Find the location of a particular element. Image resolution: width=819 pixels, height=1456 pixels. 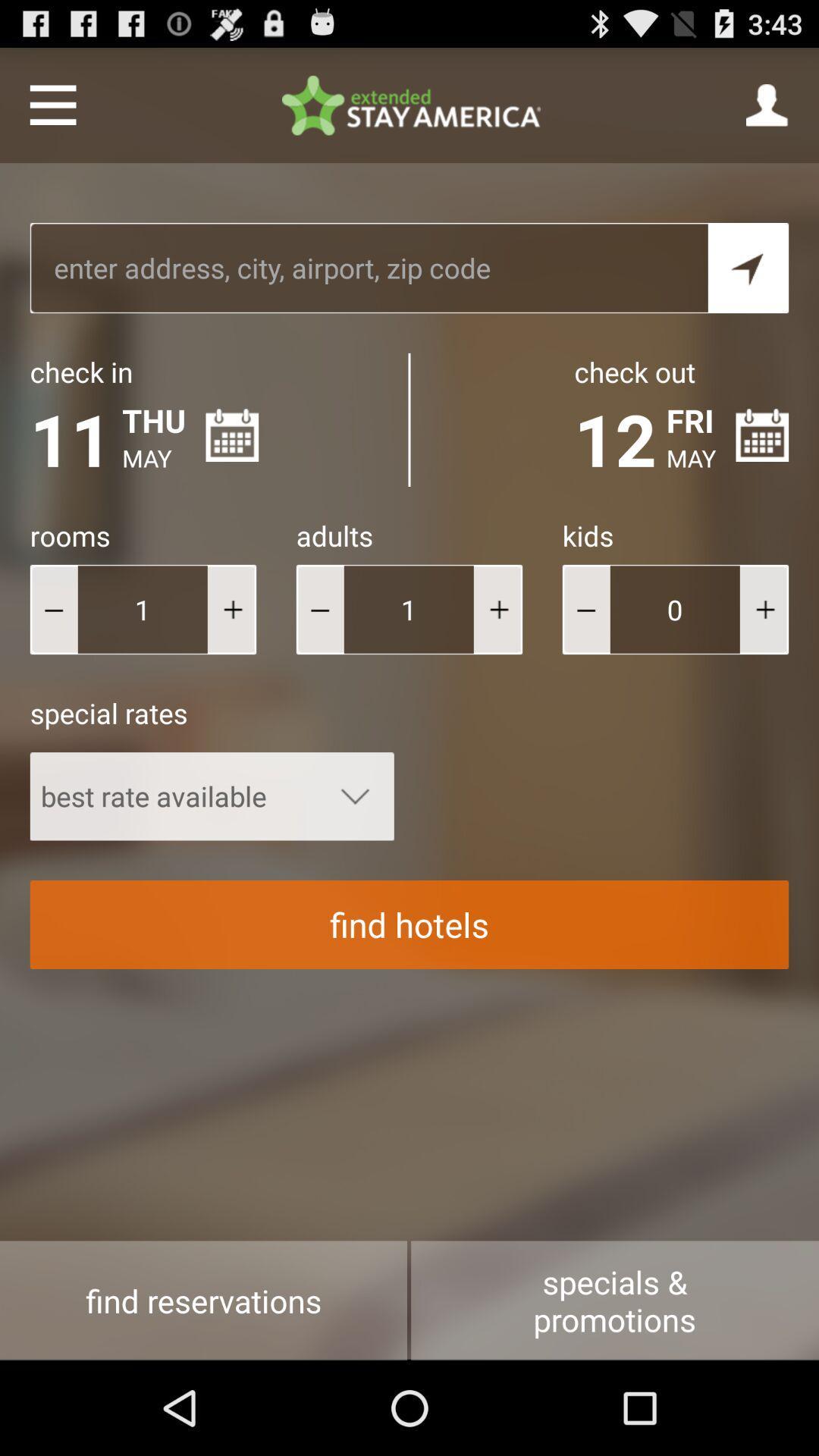

calender is located at coordinates (762, 435).